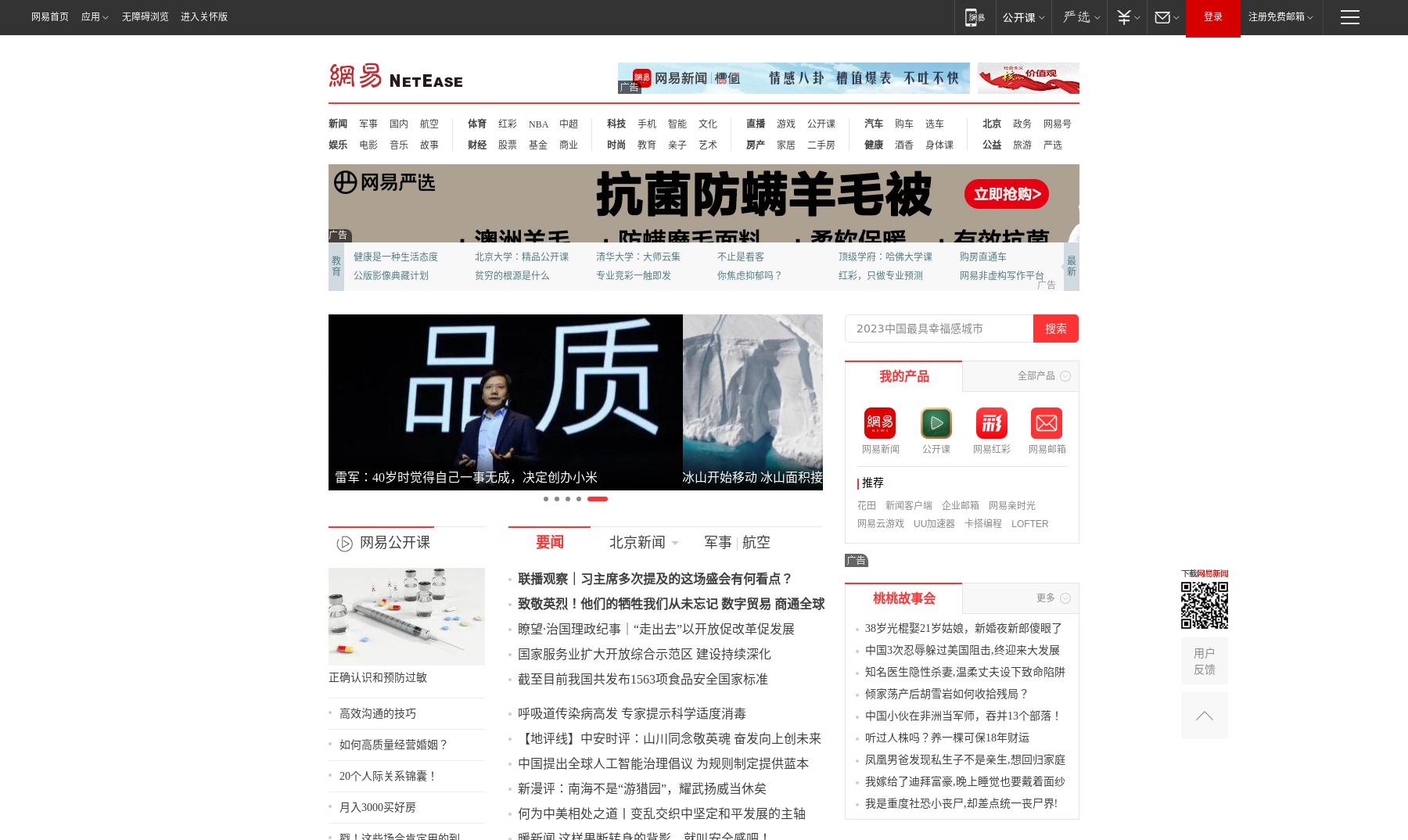  I want to click on '中国小伙在非洲当军师，吞并13个部落！', so click(1056, 734).